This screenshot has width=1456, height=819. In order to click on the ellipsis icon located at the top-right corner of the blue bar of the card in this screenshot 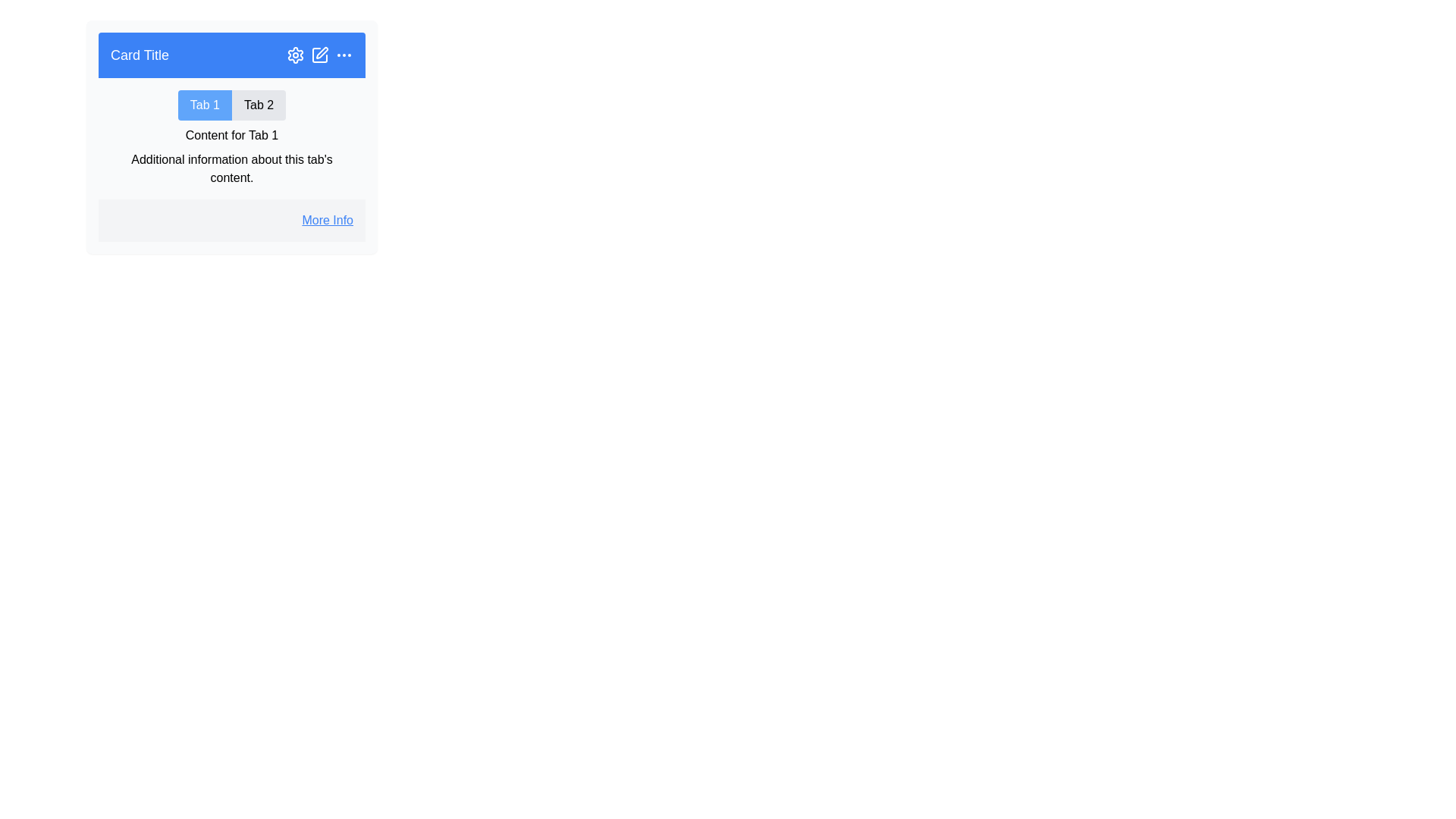, I will do `click(344, 55)`.